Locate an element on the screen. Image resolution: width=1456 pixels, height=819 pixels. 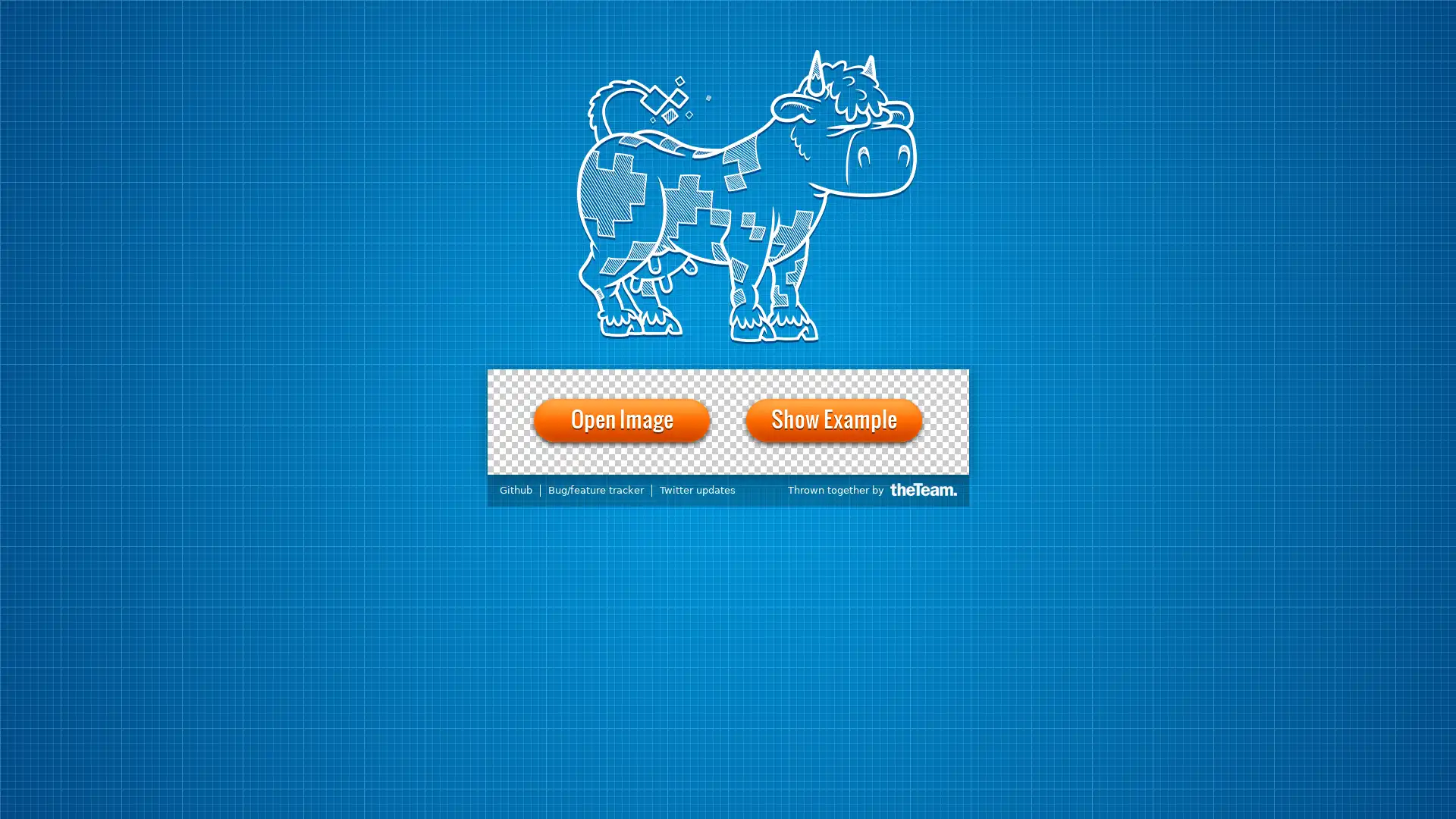
Select Sprite is located at coordinates (620, 378).